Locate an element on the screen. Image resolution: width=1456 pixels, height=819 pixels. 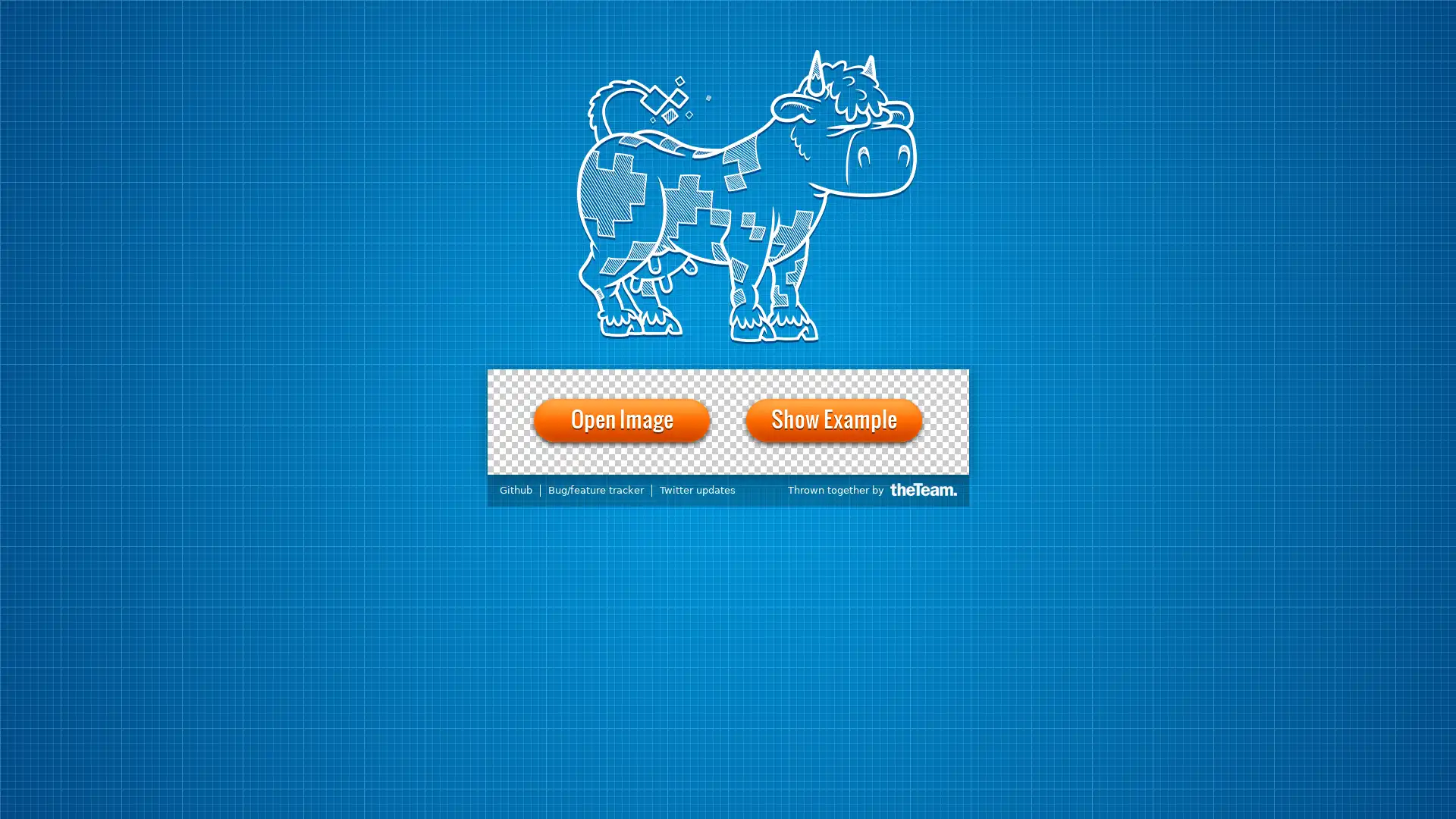
Select Sprite is located at coordinates (620, 378).